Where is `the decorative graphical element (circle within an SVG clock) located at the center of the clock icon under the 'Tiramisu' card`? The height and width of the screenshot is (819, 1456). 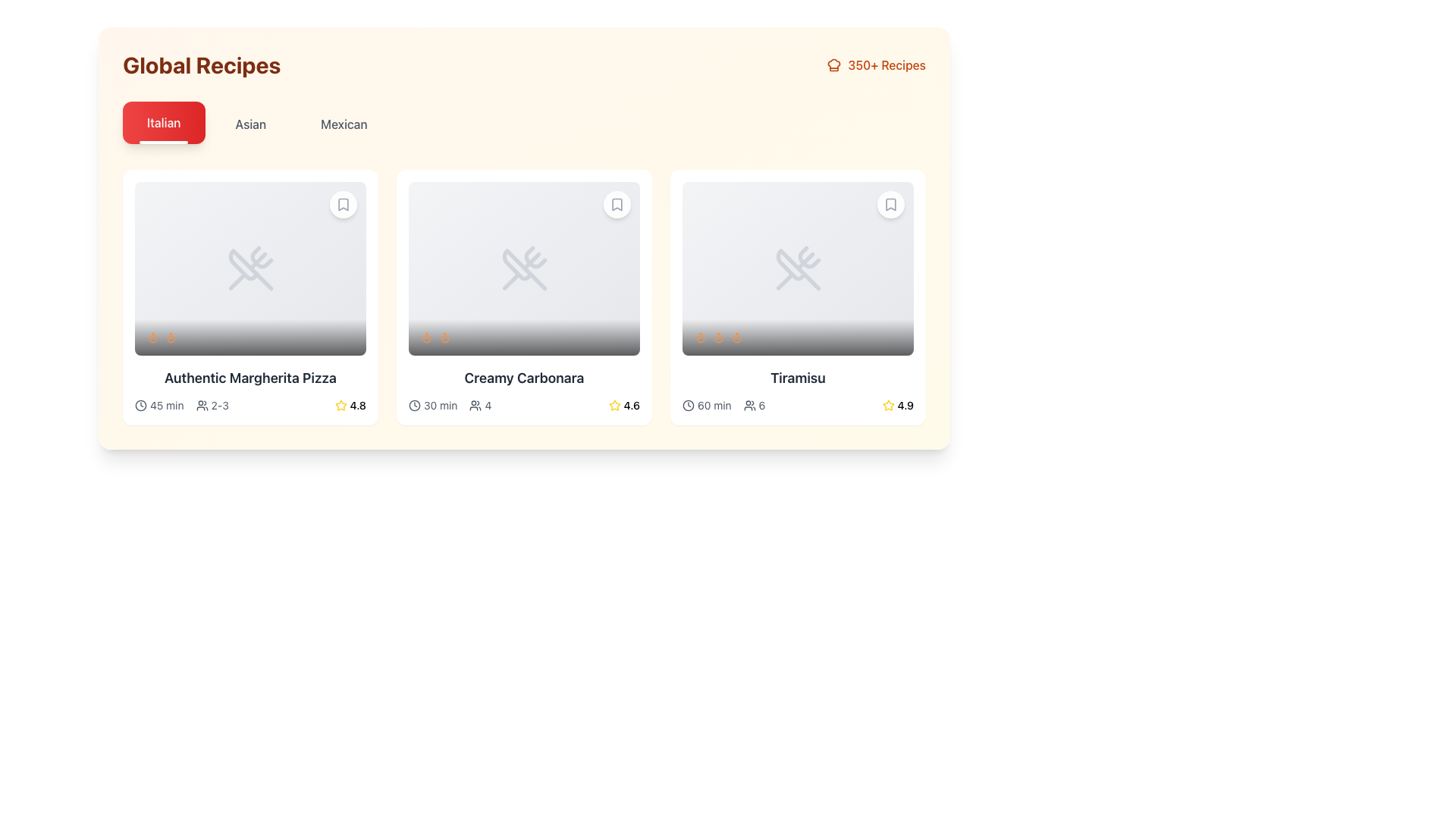
the decorative graphical element (circle within an SVG clock) located at the center of the clock icon under the 'Tiramisu' card is located at coordinates (687, 404).